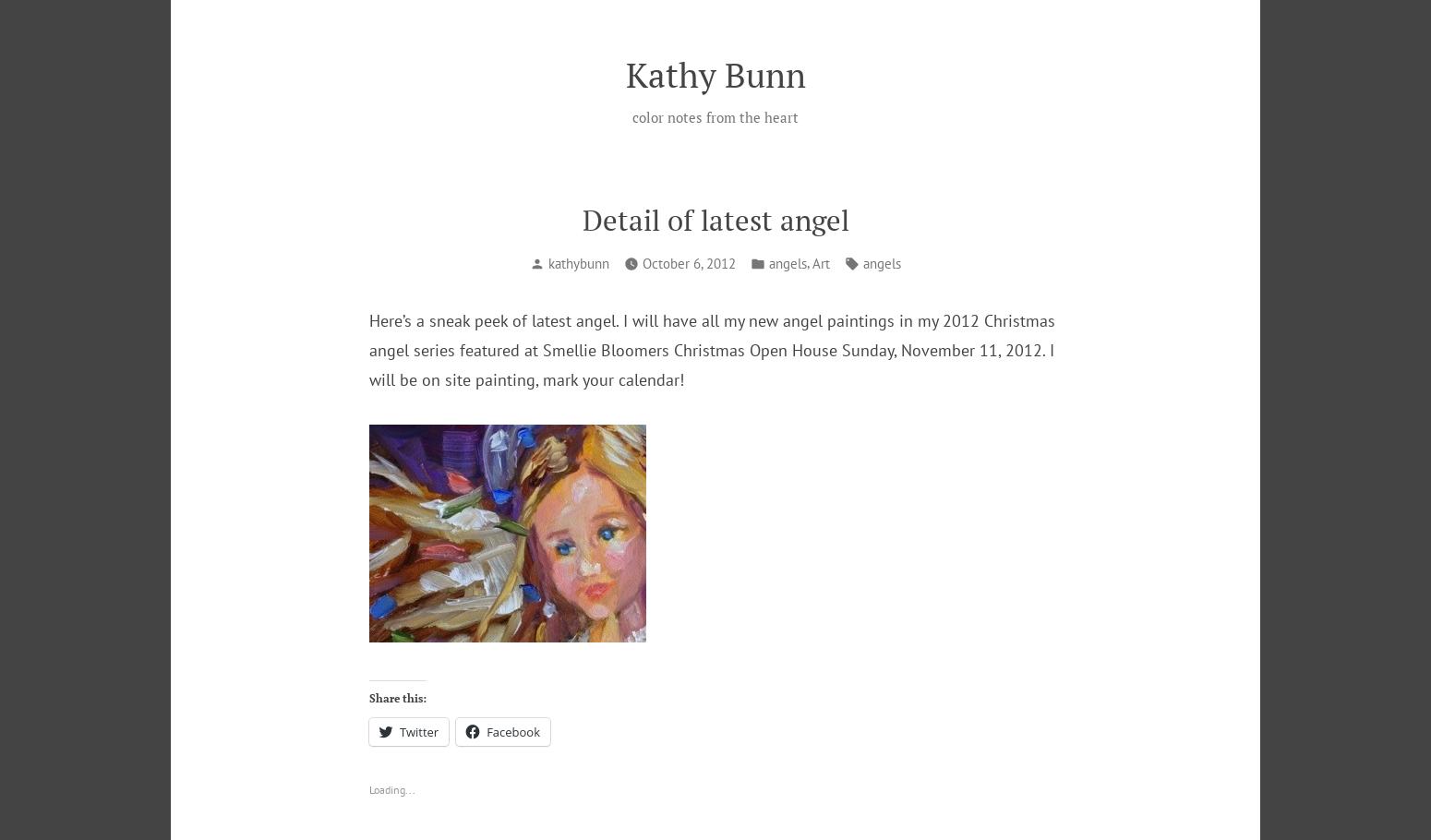  I want to click on 'October 6, 2012', so click(641, 262).